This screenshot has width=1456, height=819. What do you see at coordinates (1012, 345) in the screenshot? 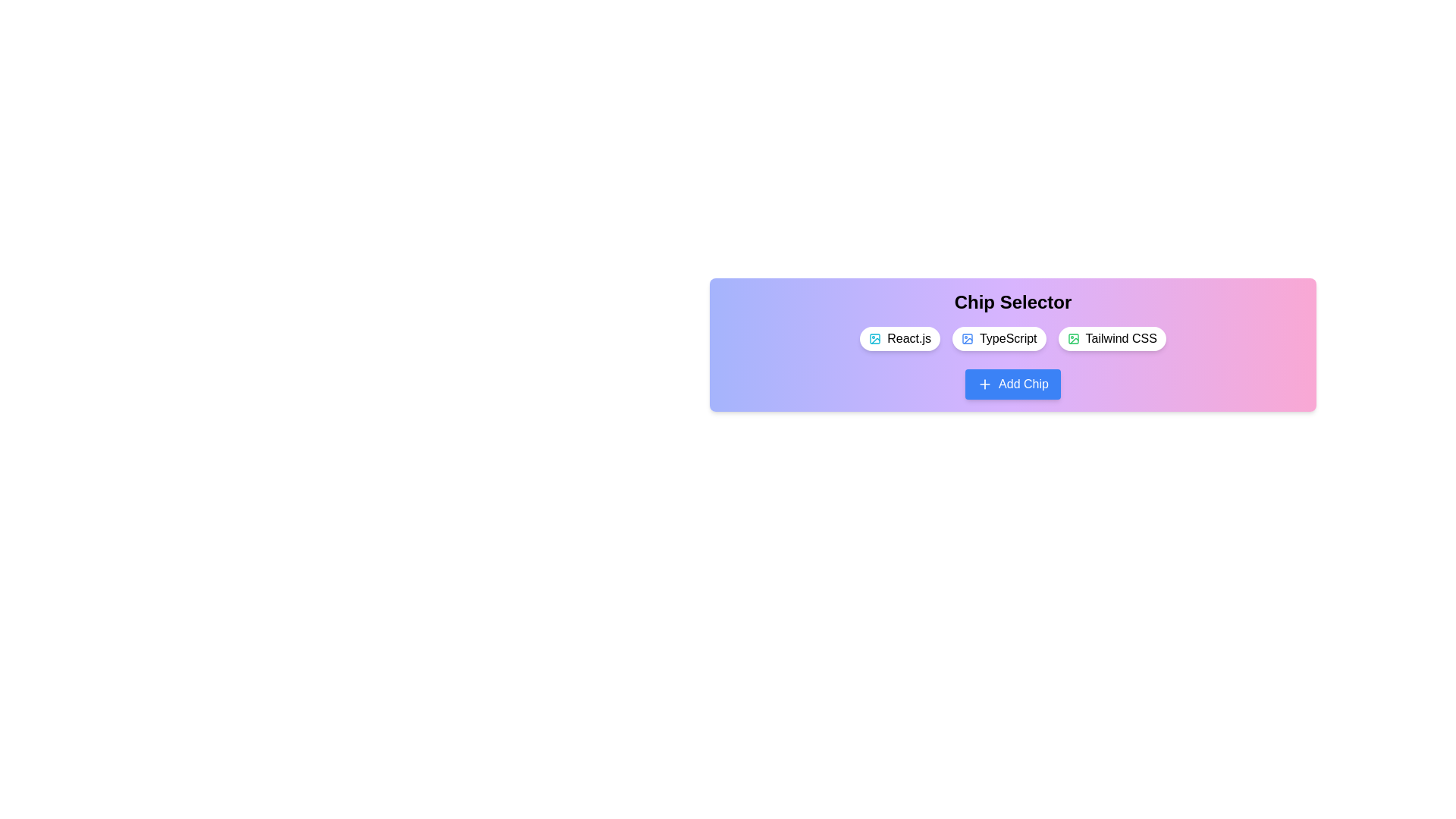
I see `the 'TypeScript' button in the group of options to trigger its hover state effect` at bounding box center [1012, 345].